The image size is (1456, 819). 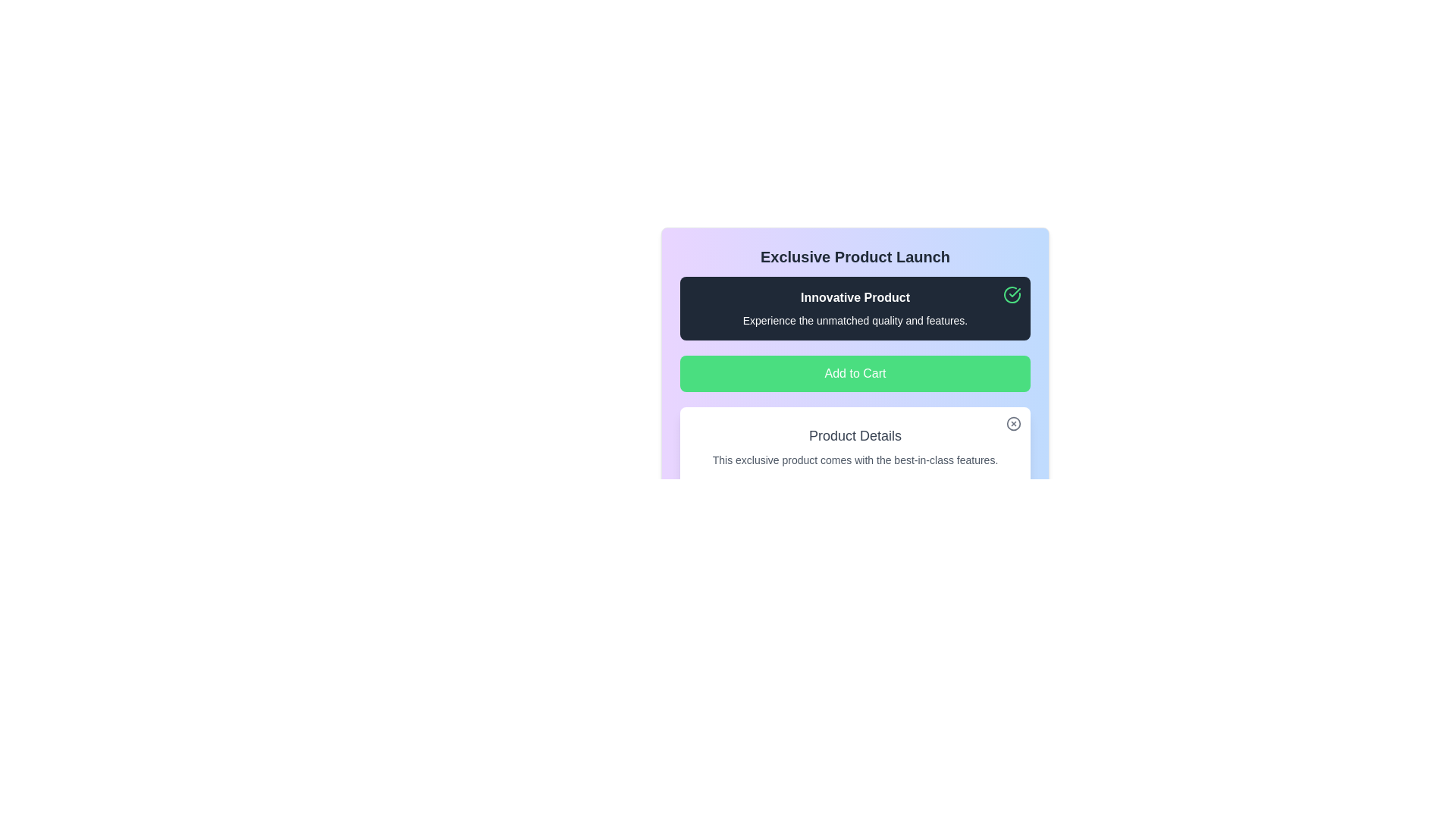 What do you see at coordinates (855, 374) in the screenshot?
I see `the green rectangular 'Add to Cart' button with rounded corners located centrally below the 'Innovative Product' section to initiate the action` at bounding box center [855, 374].